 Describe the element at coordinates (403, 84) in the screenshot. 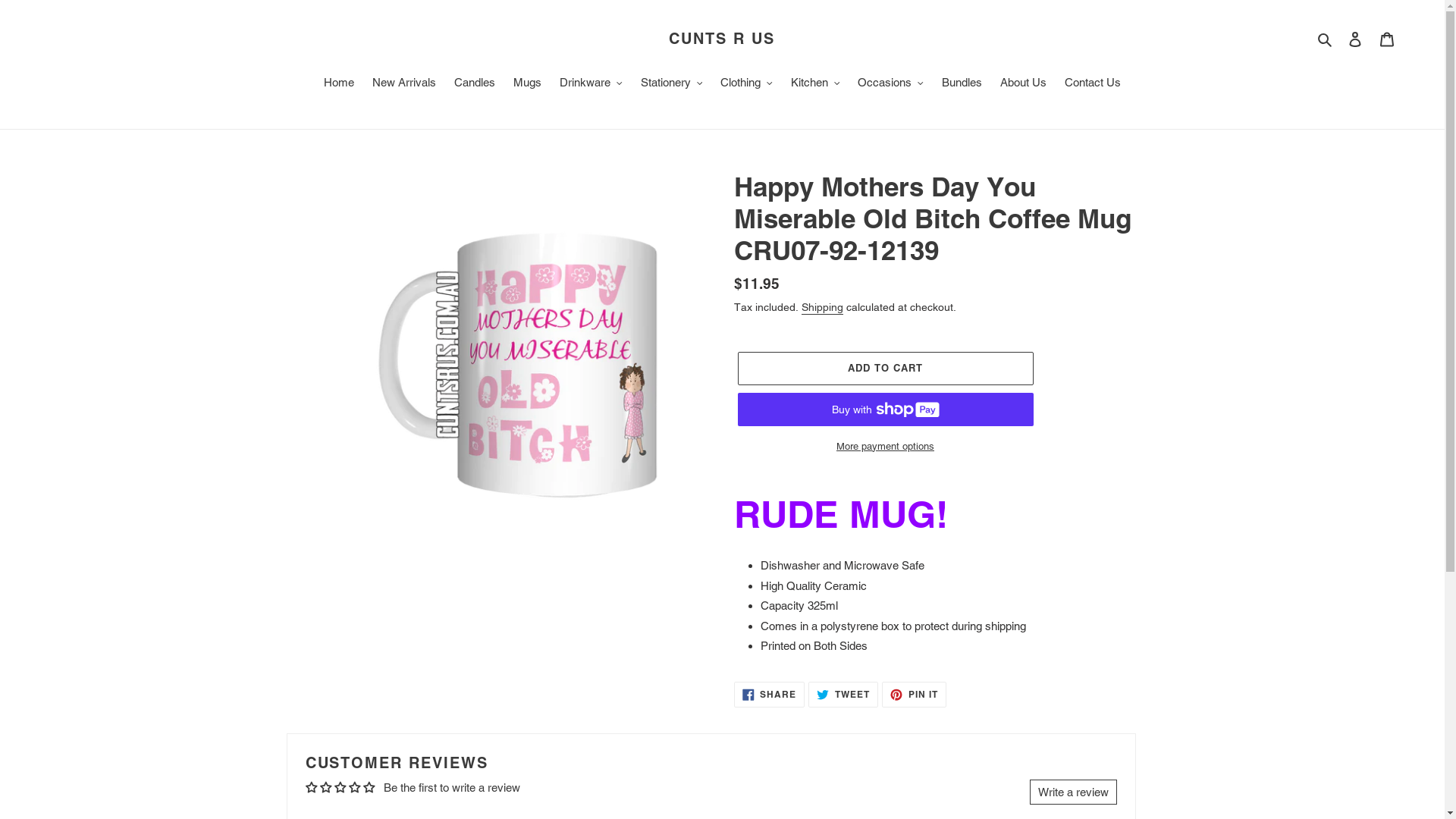

I see `'New Arrivals'` at that location.